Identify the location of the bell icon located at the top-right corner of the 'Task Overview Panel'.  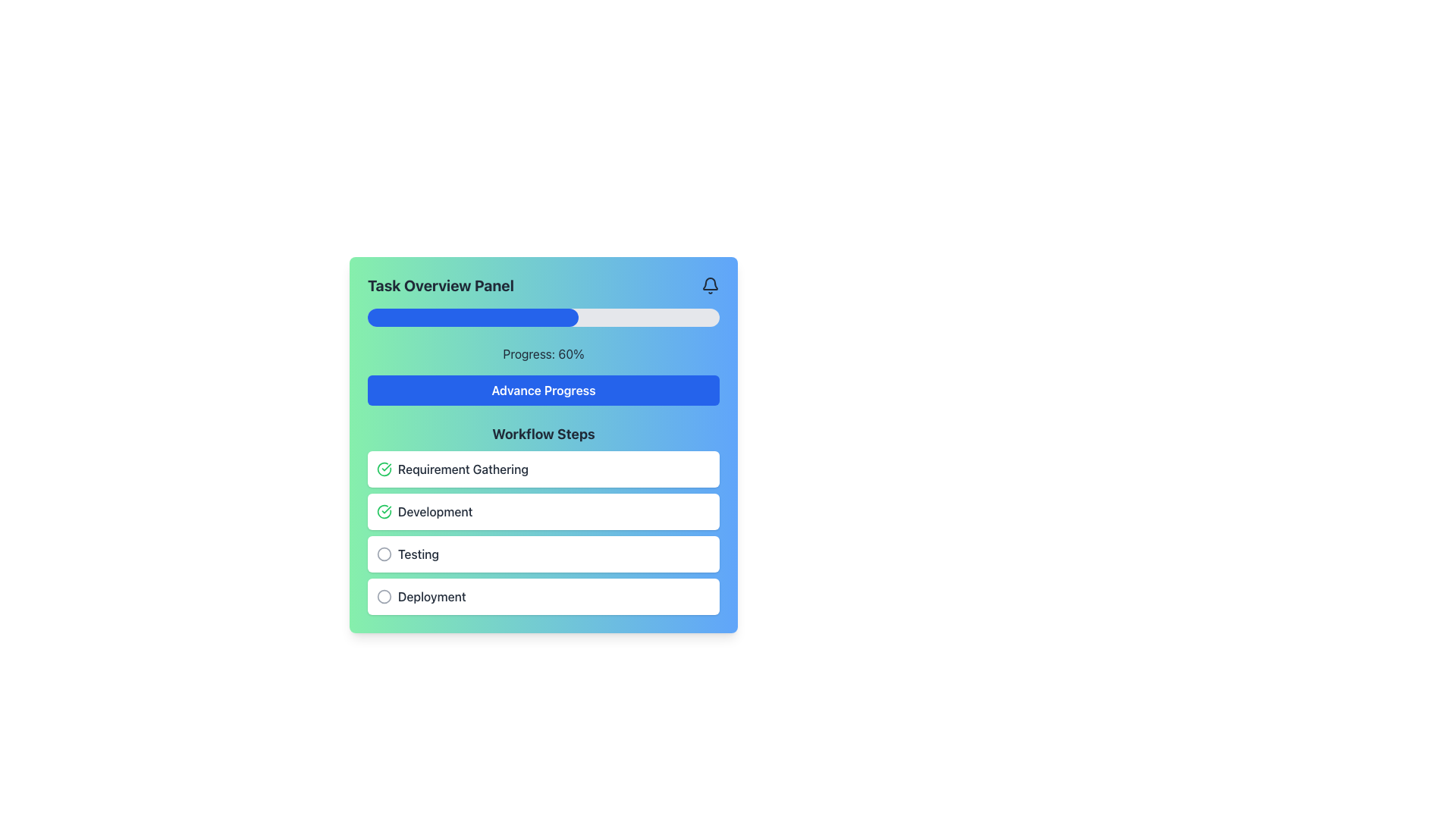
(709, 286).